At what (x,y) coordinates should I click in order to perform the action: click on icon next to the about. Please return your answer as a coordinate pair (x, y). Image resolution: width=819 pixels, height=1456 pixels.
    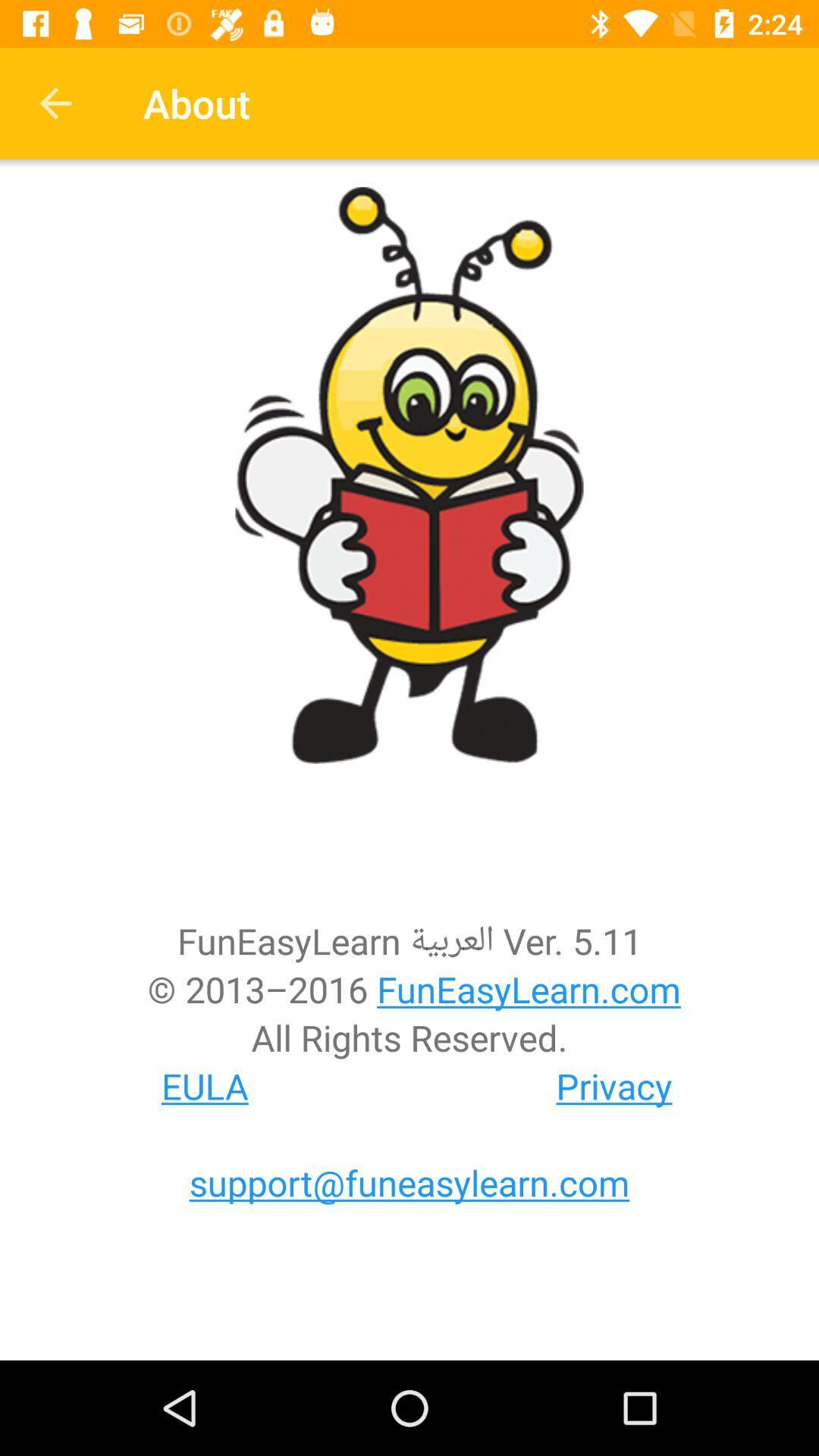
    Looking at the image, I should click on (55, 102).